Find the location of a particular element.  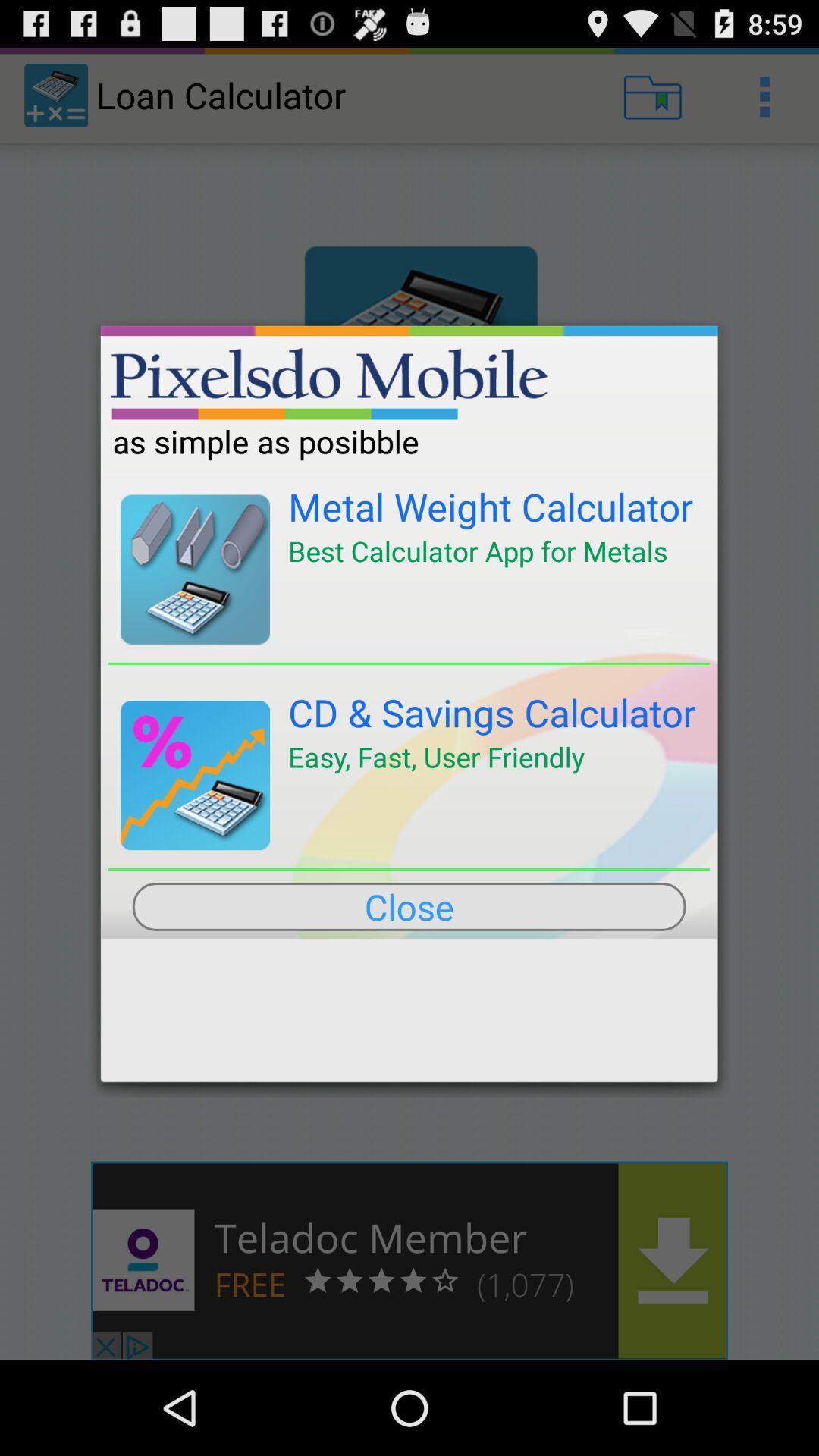

item above close icon is located at coordinates (408, 869).